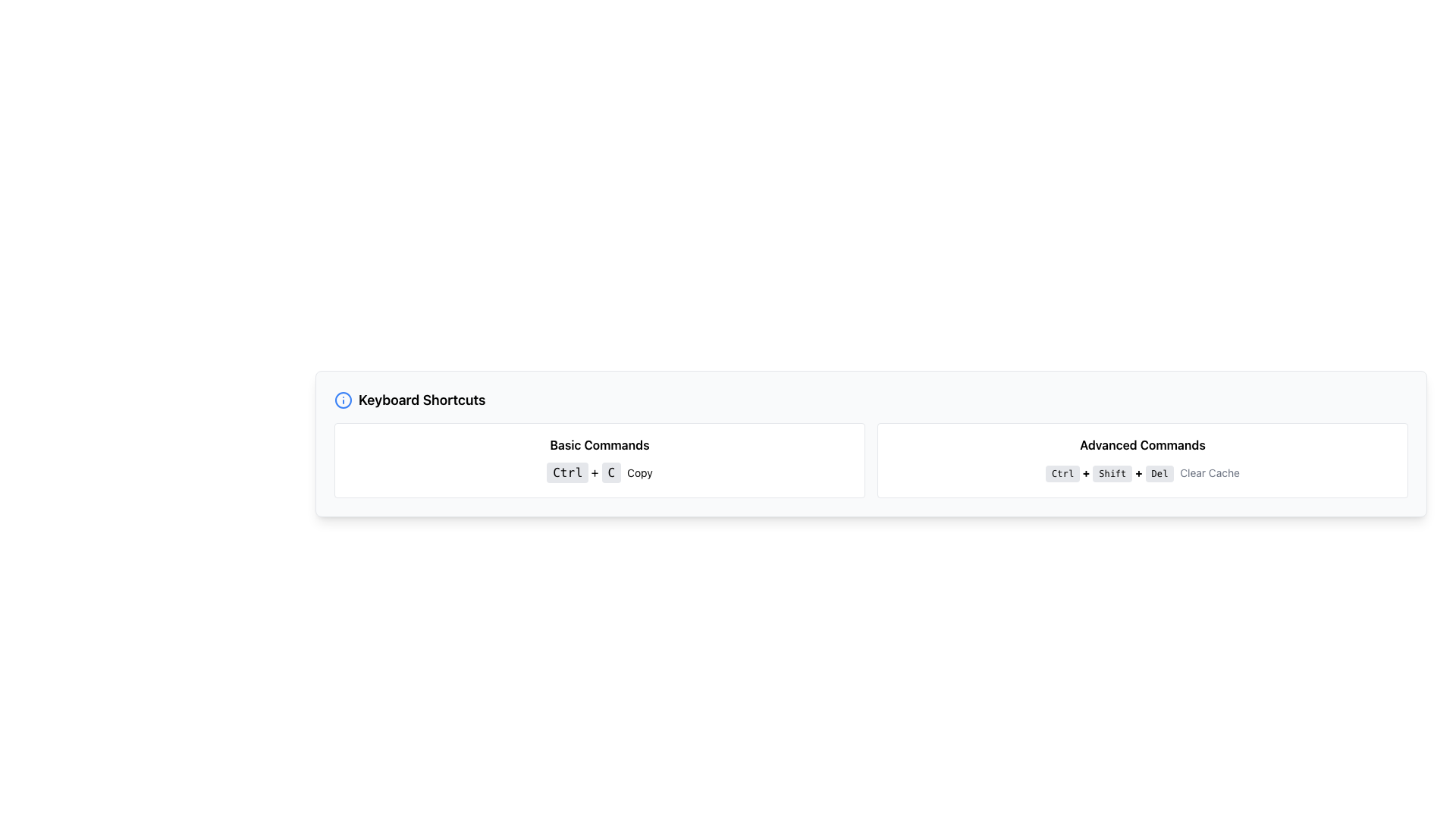 Image resolution: width=1456 pixels, height=819 pixels. I want to click on the 'Shift' button, which is a small rectangular button with rounded corners, light gray background, and black text, located under the 'Advanced Commands' section, so click(1112, 472).